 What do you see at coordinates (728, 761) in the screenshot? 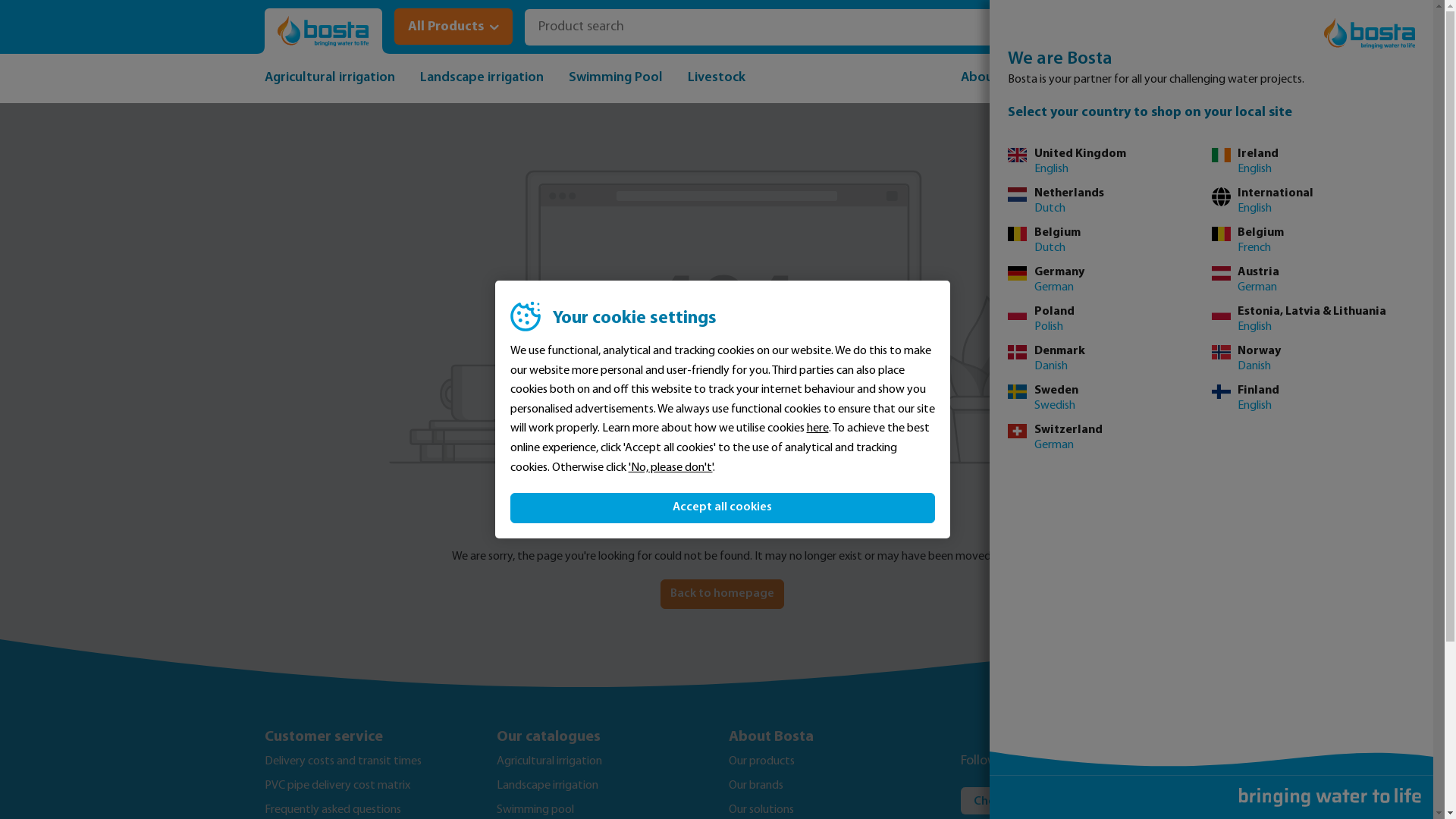
I see `'Our products'` at bounding box center [728, 761].